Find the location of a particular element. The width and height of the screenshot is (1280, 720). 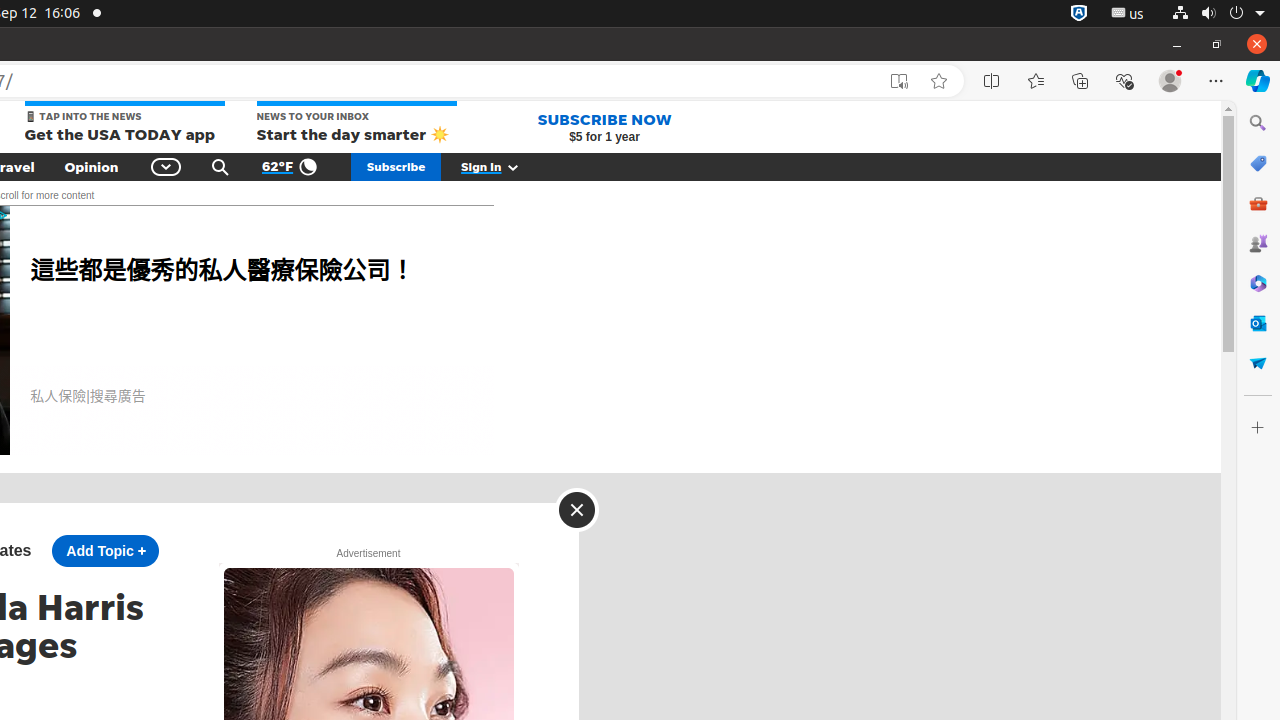

'SUBSCRIBE NOW $5 for 1 year' is located at coordinates (603, 127).